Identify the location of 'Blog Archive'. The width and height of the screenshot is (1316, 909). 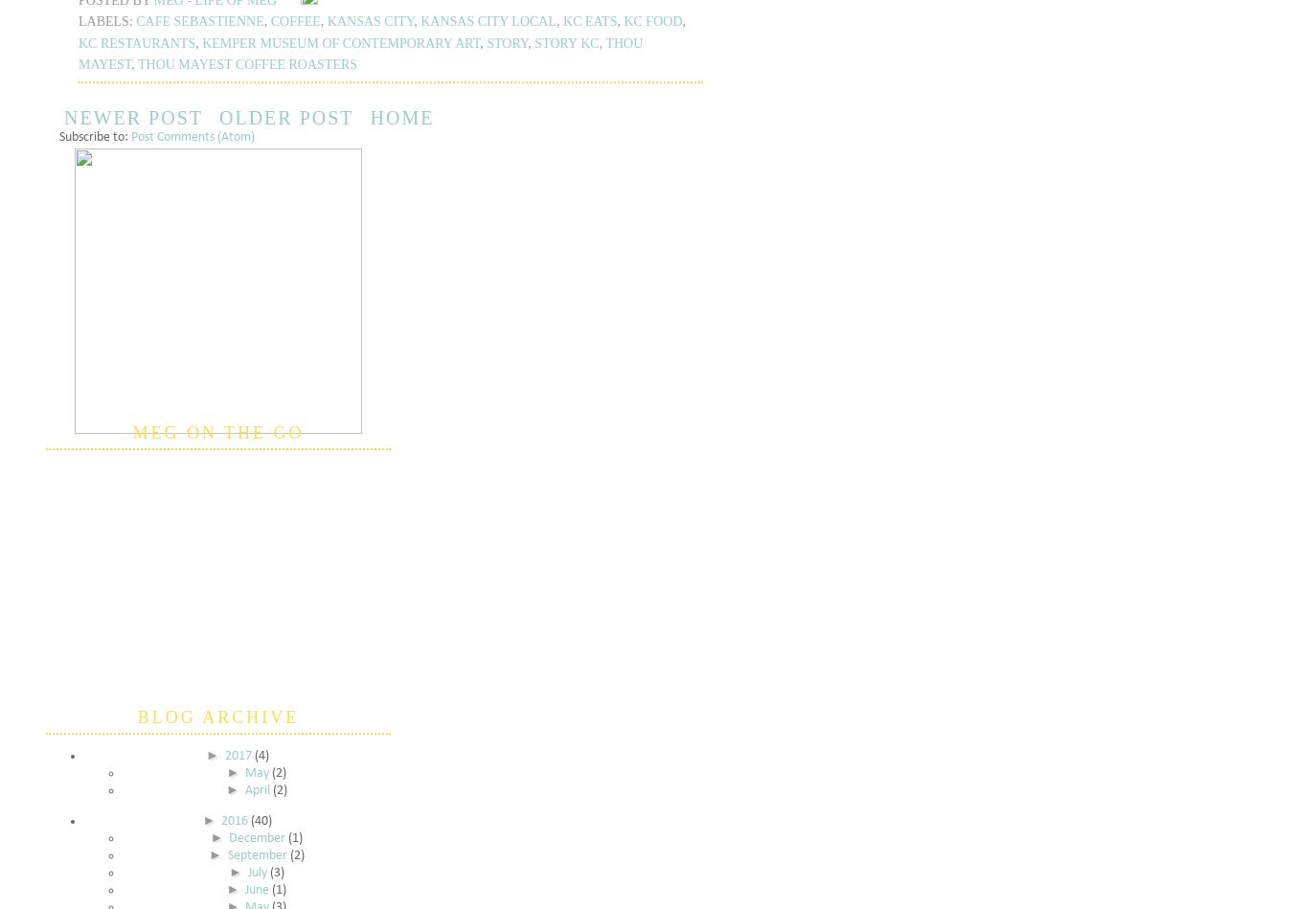
(216, 717).